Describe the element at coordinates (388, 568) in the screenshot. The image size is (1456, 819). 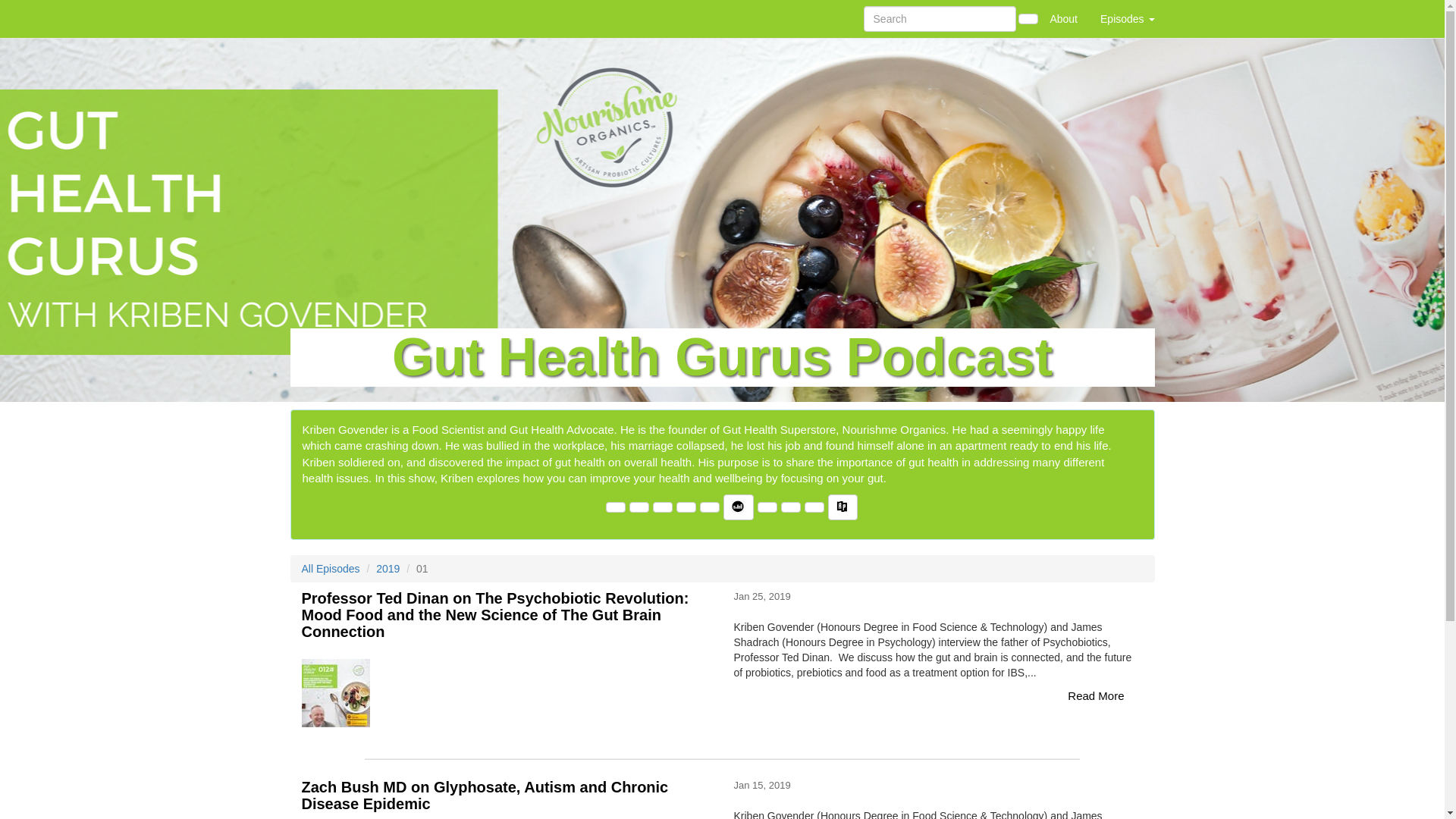
I see `'2019'` at that location.